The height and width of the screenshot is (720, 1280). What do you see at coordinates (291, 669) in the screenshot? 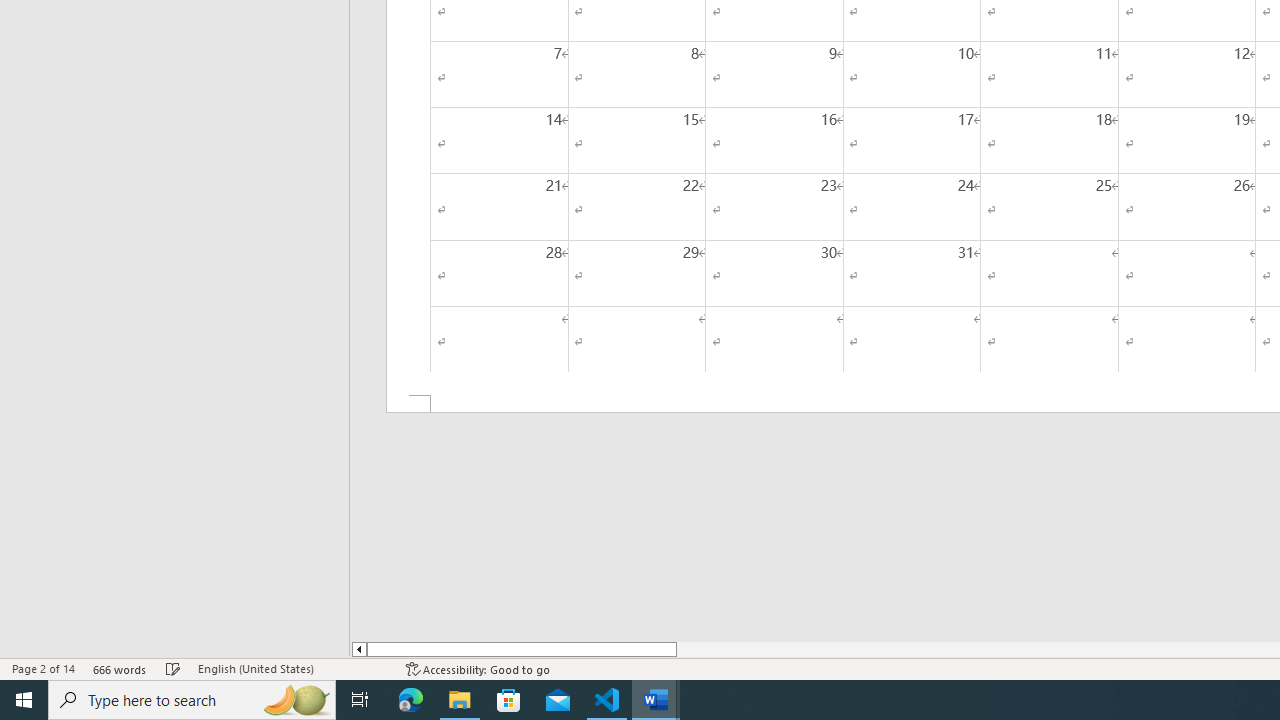
I see `'Language English (United States)'` at bounding box center [291, 669].